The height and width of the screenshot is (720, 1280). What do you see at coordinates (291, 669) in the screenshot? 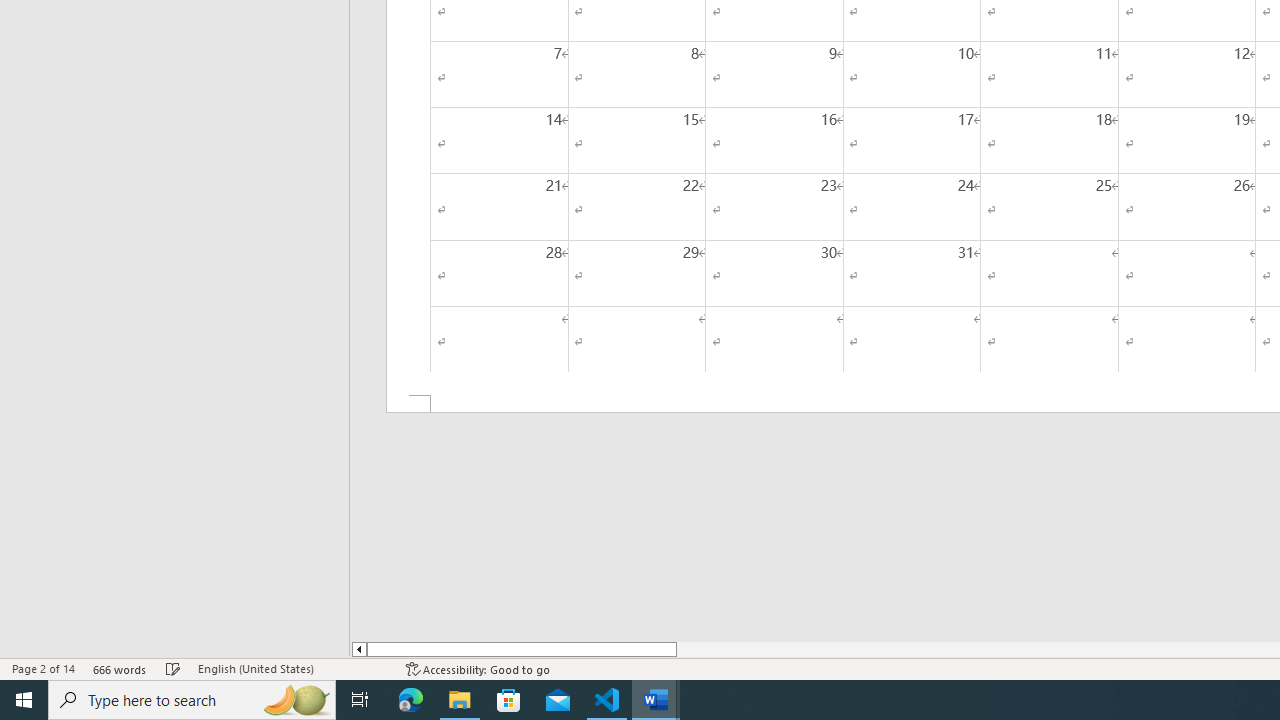
I see `'Language English (United States)'` at bounding box center [291, 669].